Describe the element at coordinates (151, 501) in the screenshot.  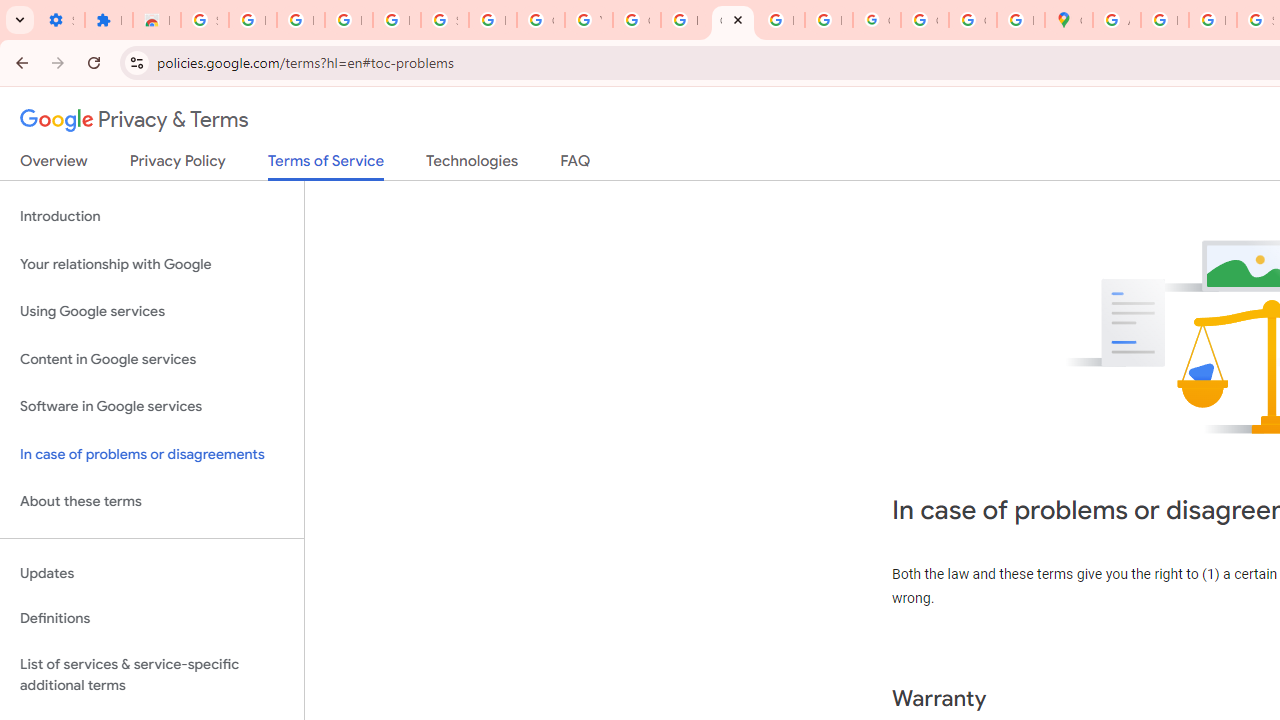
I see `'About these terms'` at that location.